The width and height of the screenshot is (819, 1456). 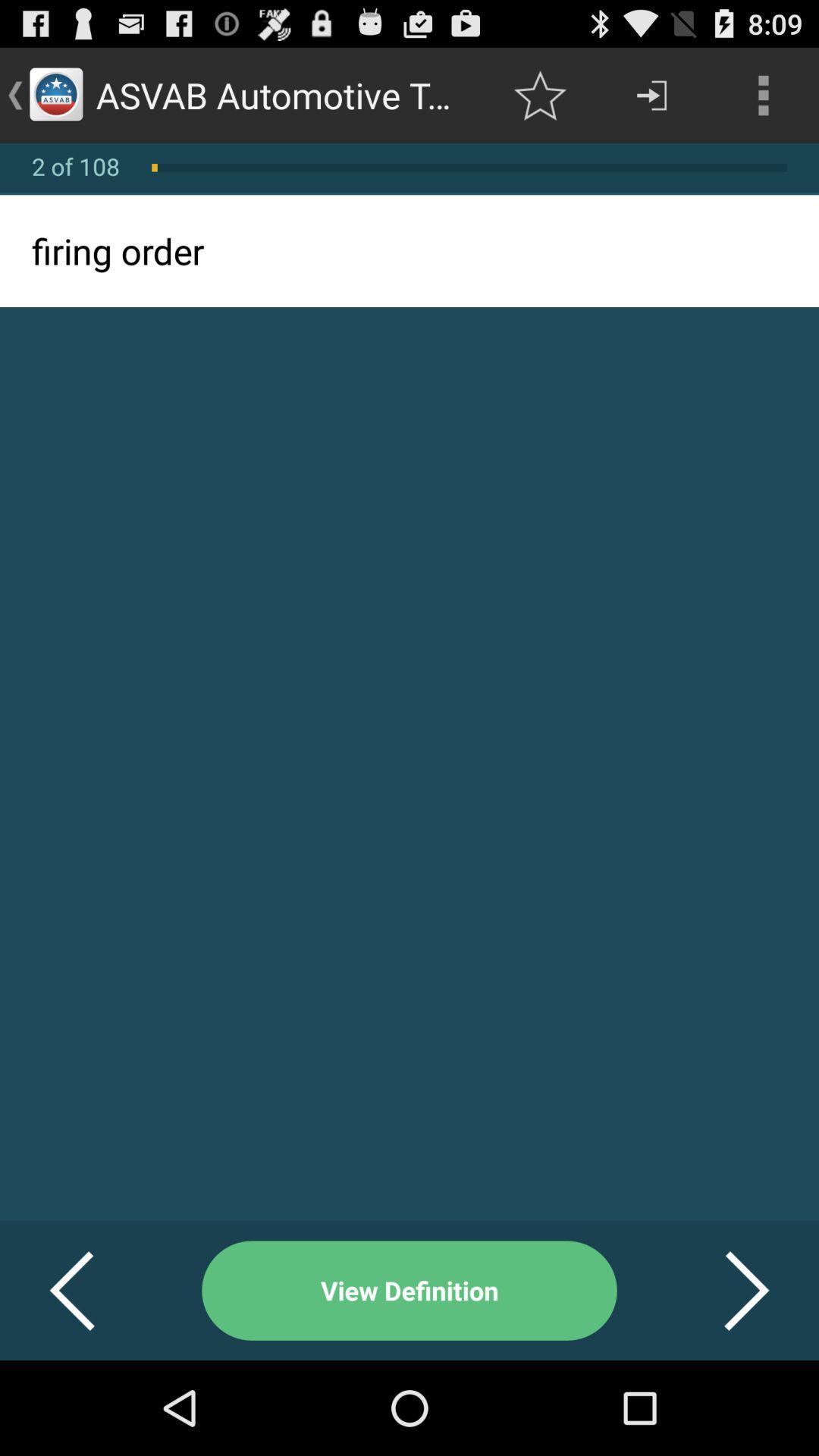 I want to click on the icon at the bottom left corner, so click(x=90, y=1290).